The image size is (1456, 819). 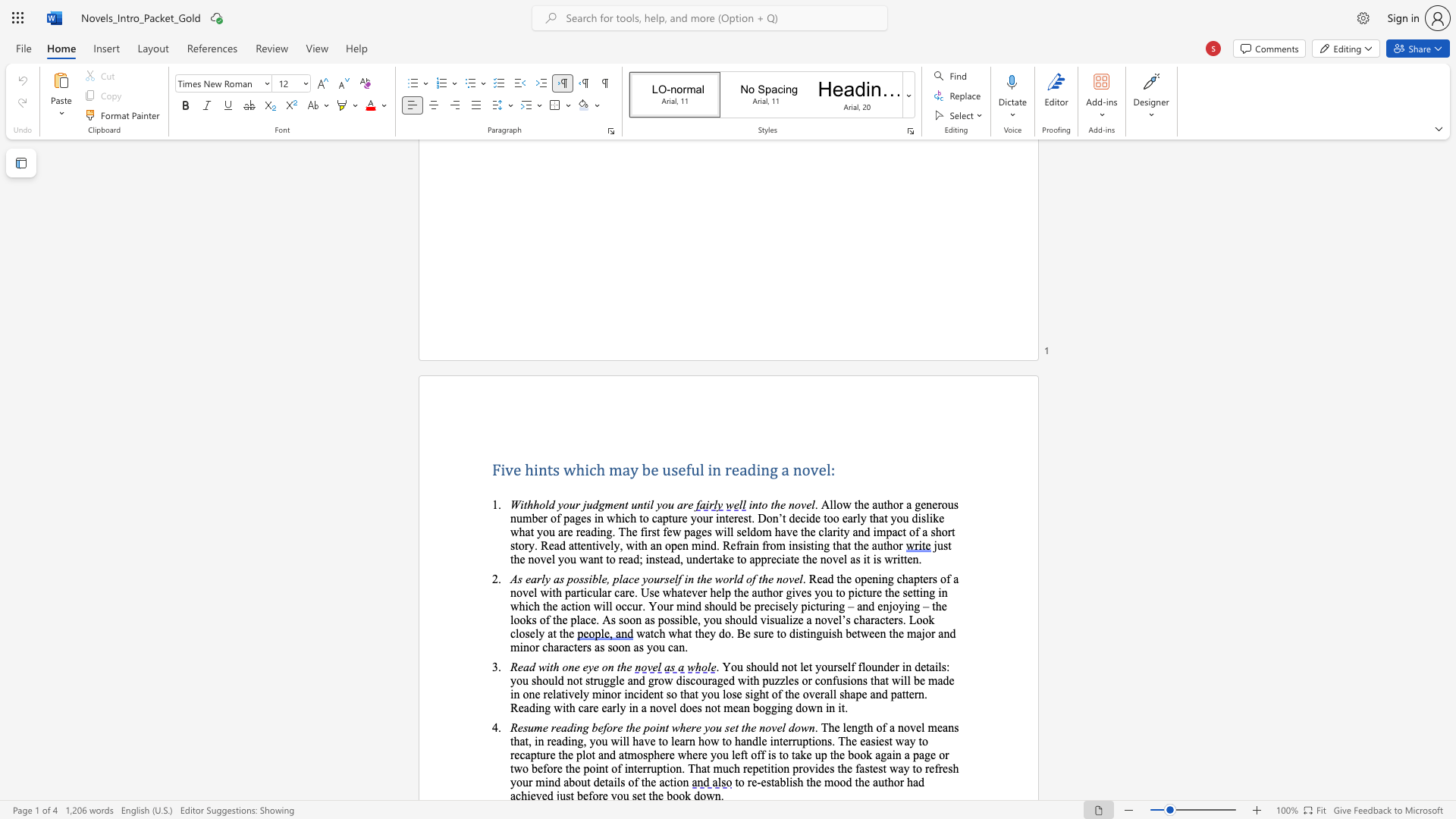 What do you see at coordinates (819, 559) in the screenshot?
I see `the subset text "novel as it is writte" within the text "just the novel you want to read; instead, undertake to appreciate the novel as it is written."` at bounding box center [819, 559].